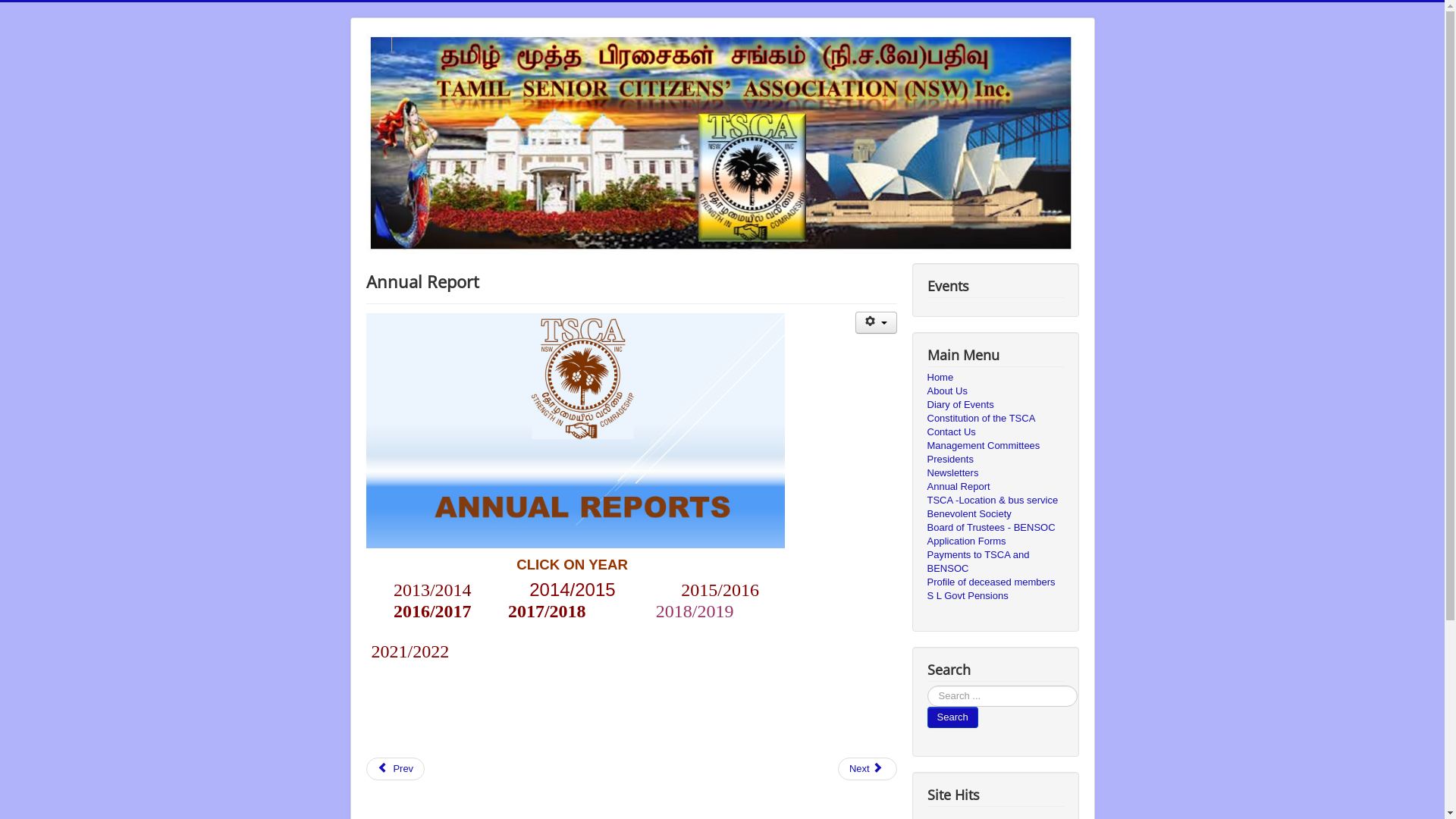 The image size is (1456, 819). I want to click on 'Home', so click(994, 376).